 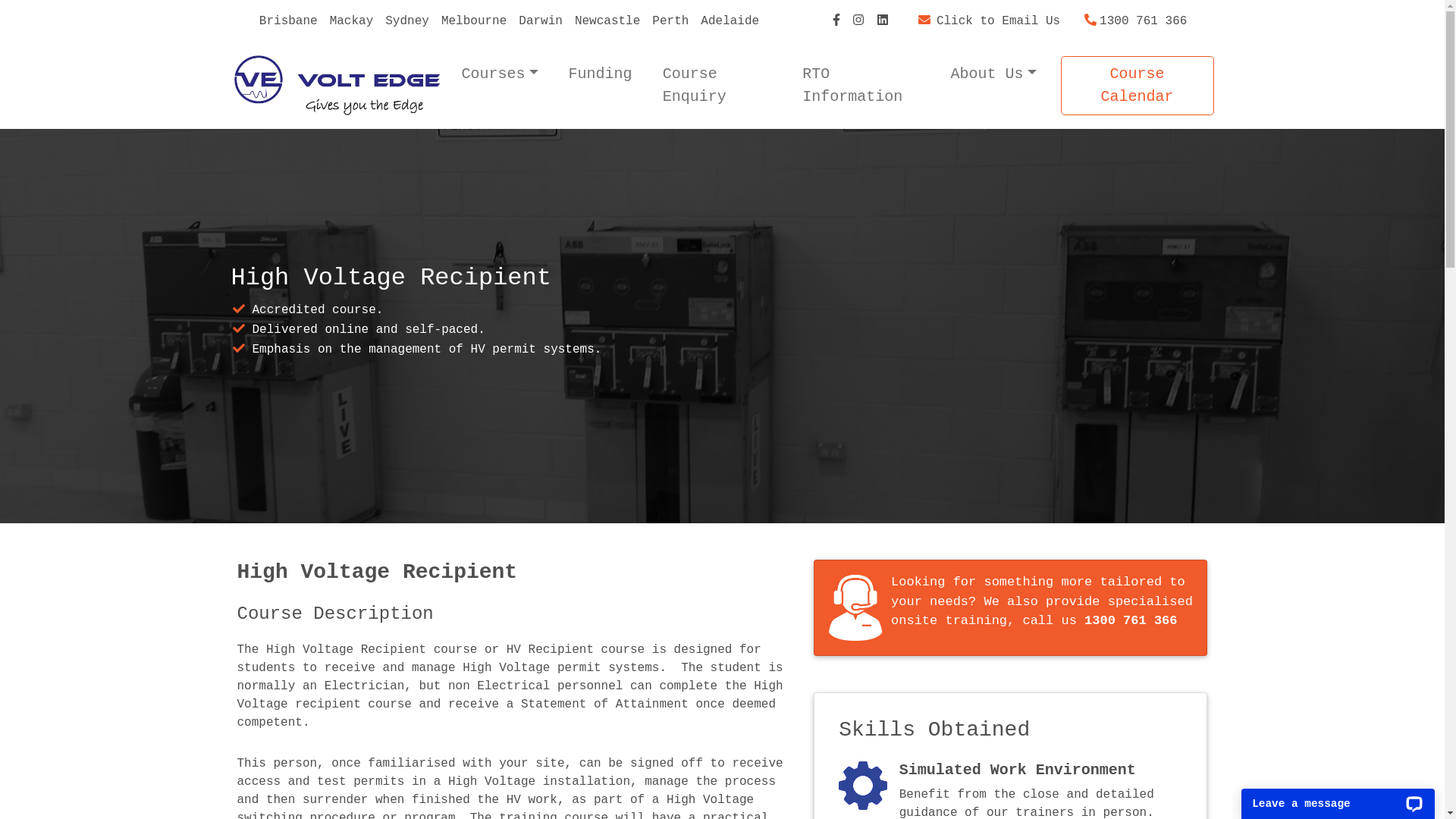 What do you see at coordinates (351, 20) in the screenshot?
I see `'Mackay'` at bounding box center [351, 20].